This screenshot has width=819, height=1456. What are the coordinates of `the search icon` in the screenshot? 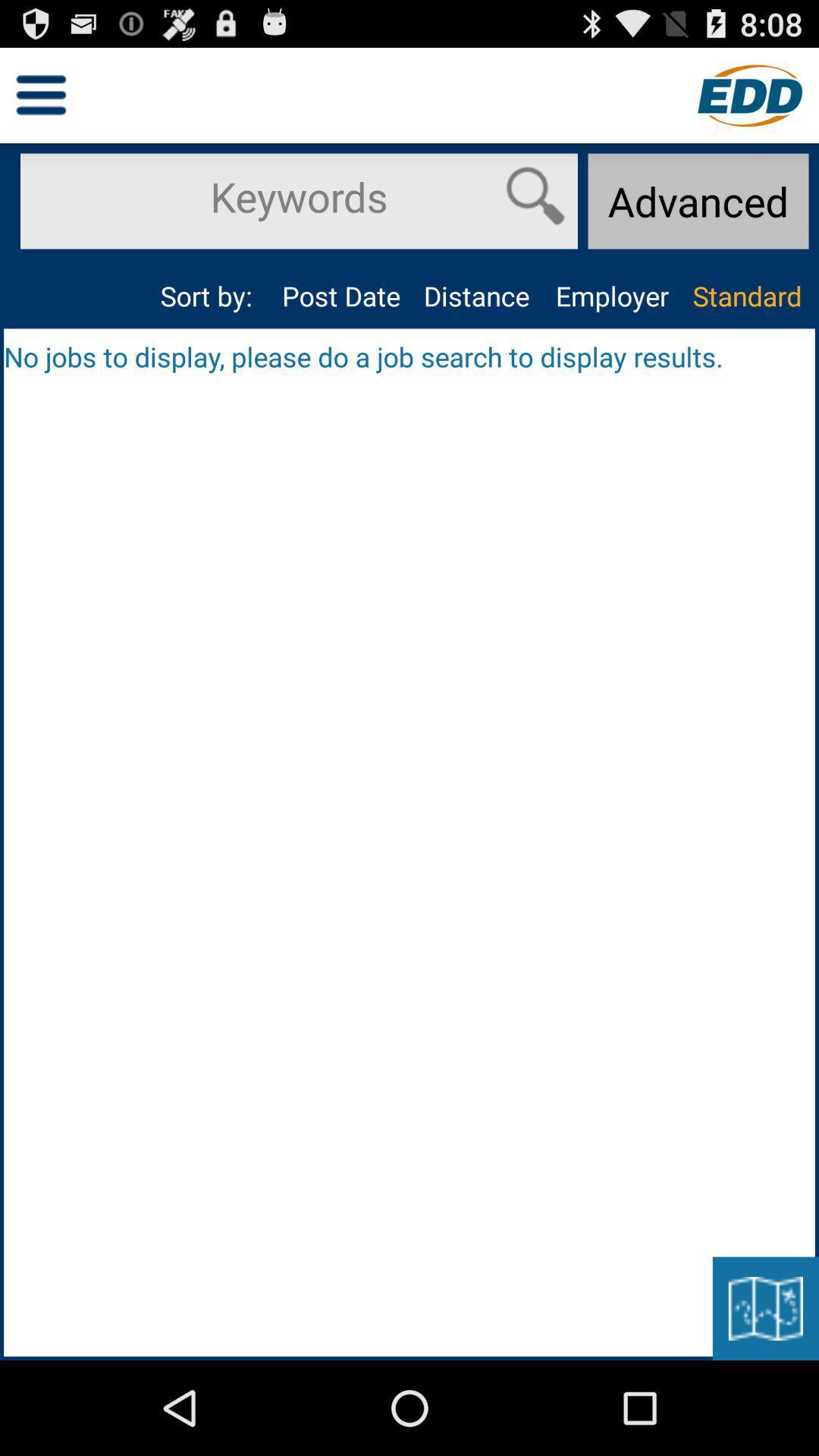 It's located at (535, 209).